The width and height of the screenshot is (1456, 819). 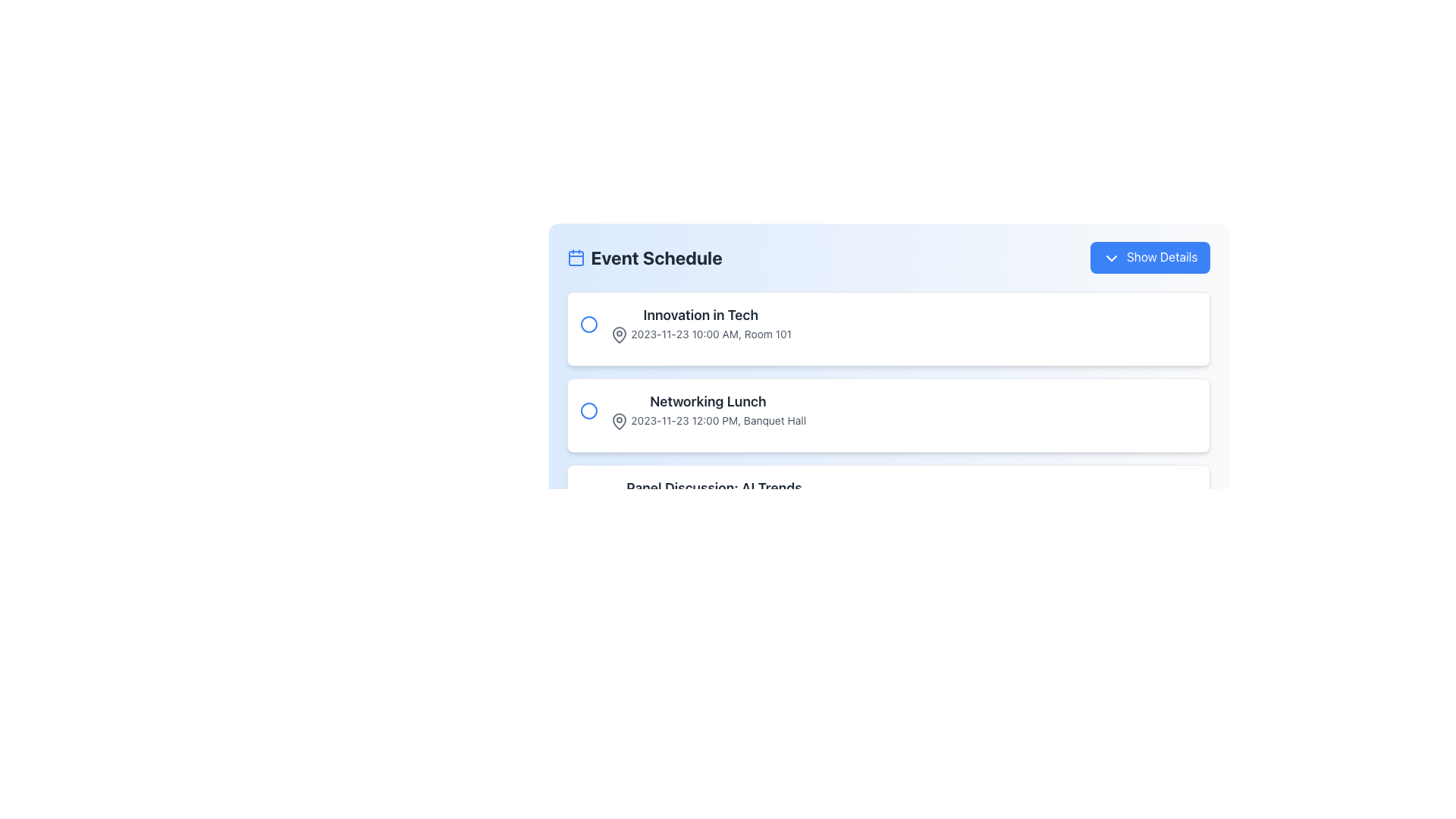 What do you see at coordinates (888, 328) in the screenshot?
I see `the Informative Card element titled 'Innovation in Tech'` at bounding box center [888, 328].